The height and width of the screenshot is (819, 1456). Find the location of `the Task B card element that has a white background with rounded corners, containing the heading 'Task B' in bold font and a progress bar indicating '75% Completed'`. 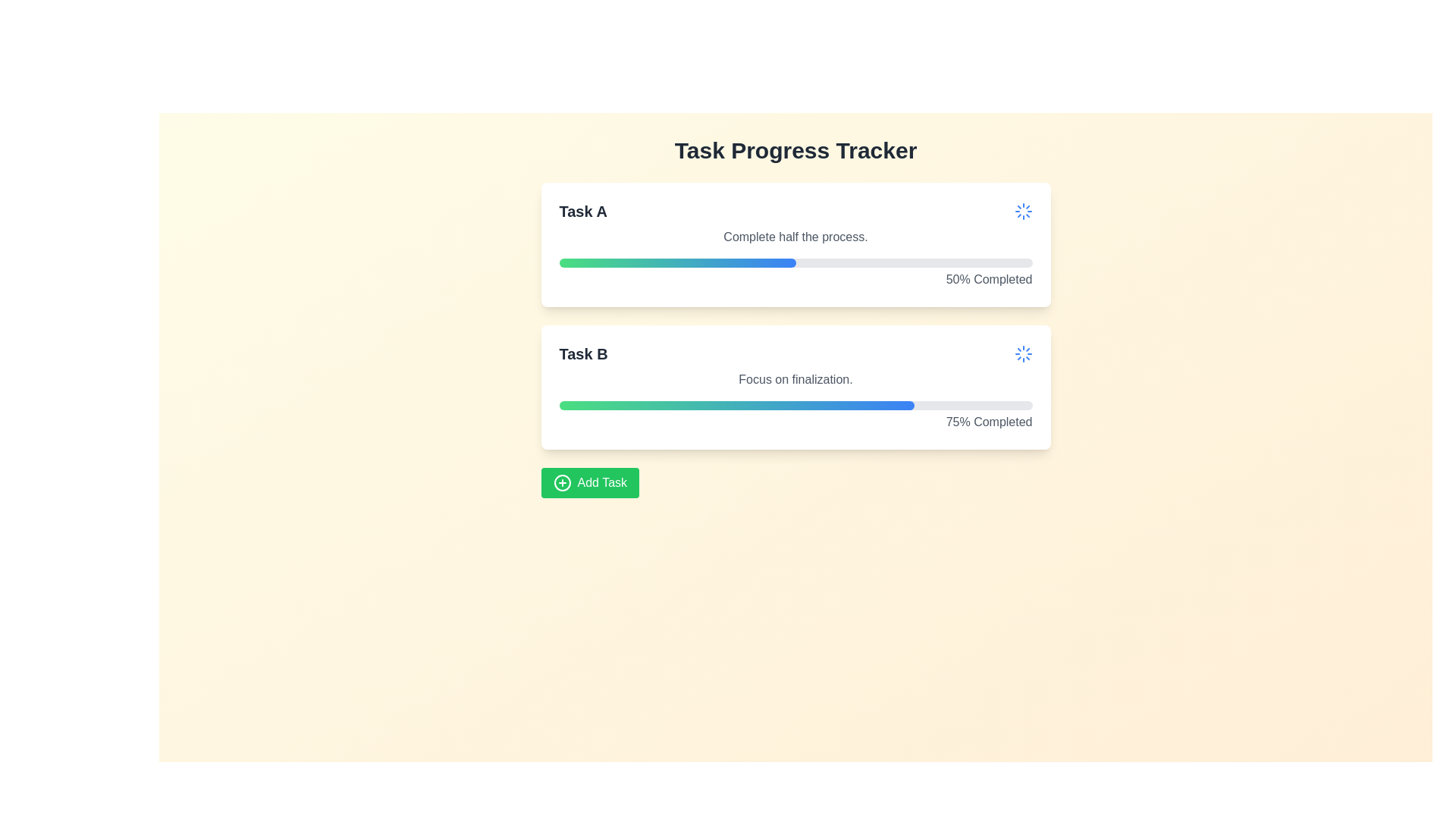

the Task B card element that has a white background with rounded corners, containing the heading 'Task B' in bold font and a progress bar indicating '75% Completed' is located at coordinates (795, 386).